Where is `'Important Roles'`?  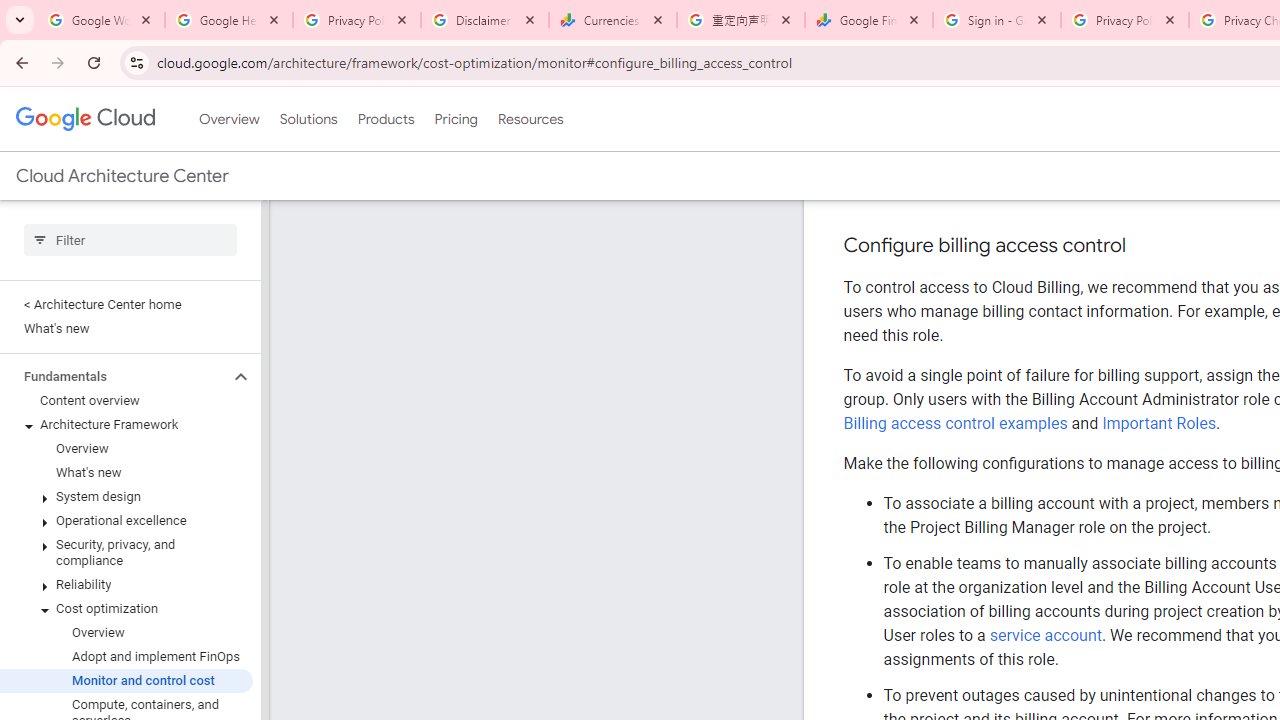
'Important Roles' is located at coordinates (1159, 422).